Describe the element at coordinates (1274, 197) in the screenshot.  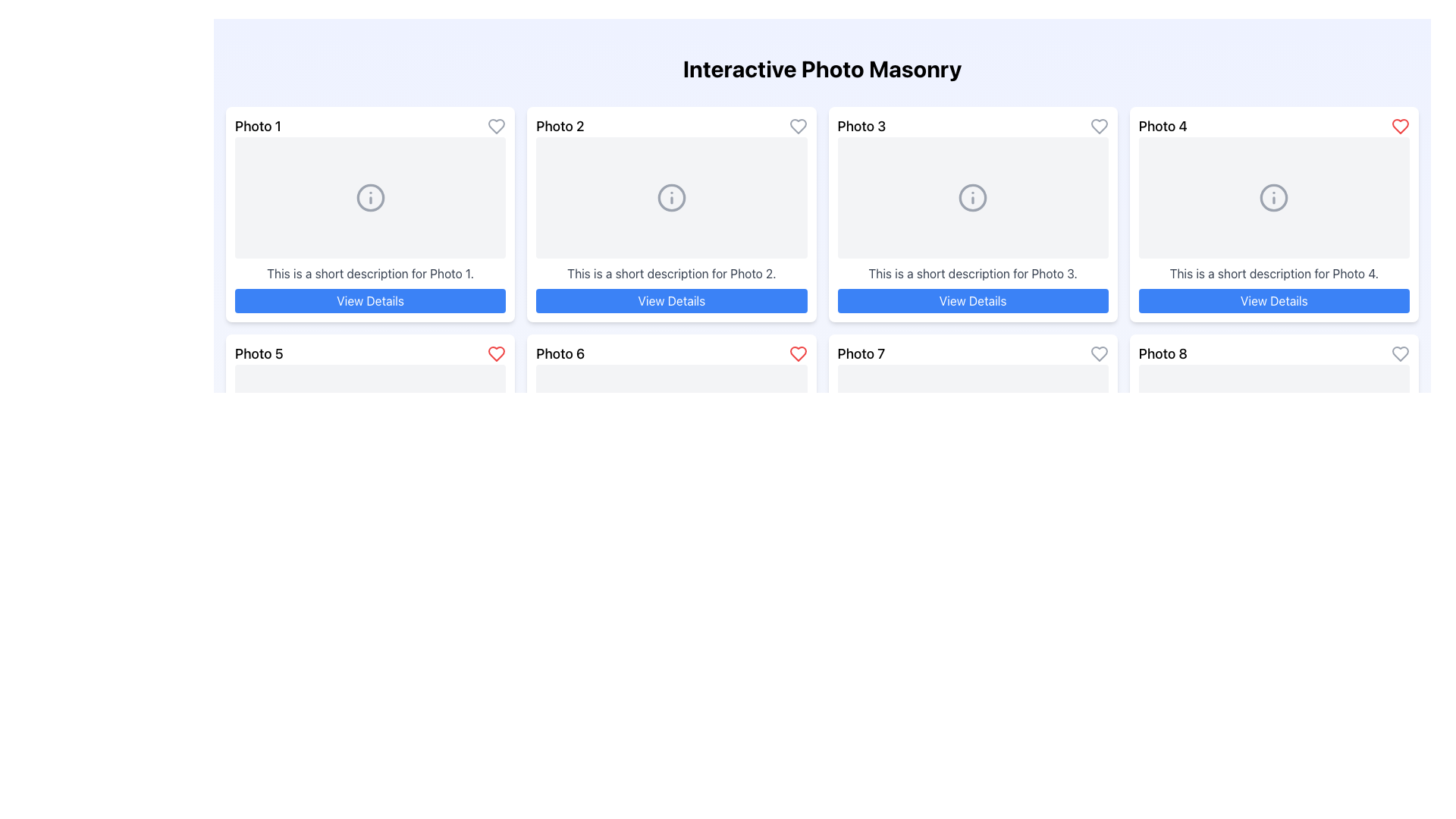
I see `the center of the circular information icon with a gray outline located in the 'Photo 4' card at the top-right segment of the layout` at that location.